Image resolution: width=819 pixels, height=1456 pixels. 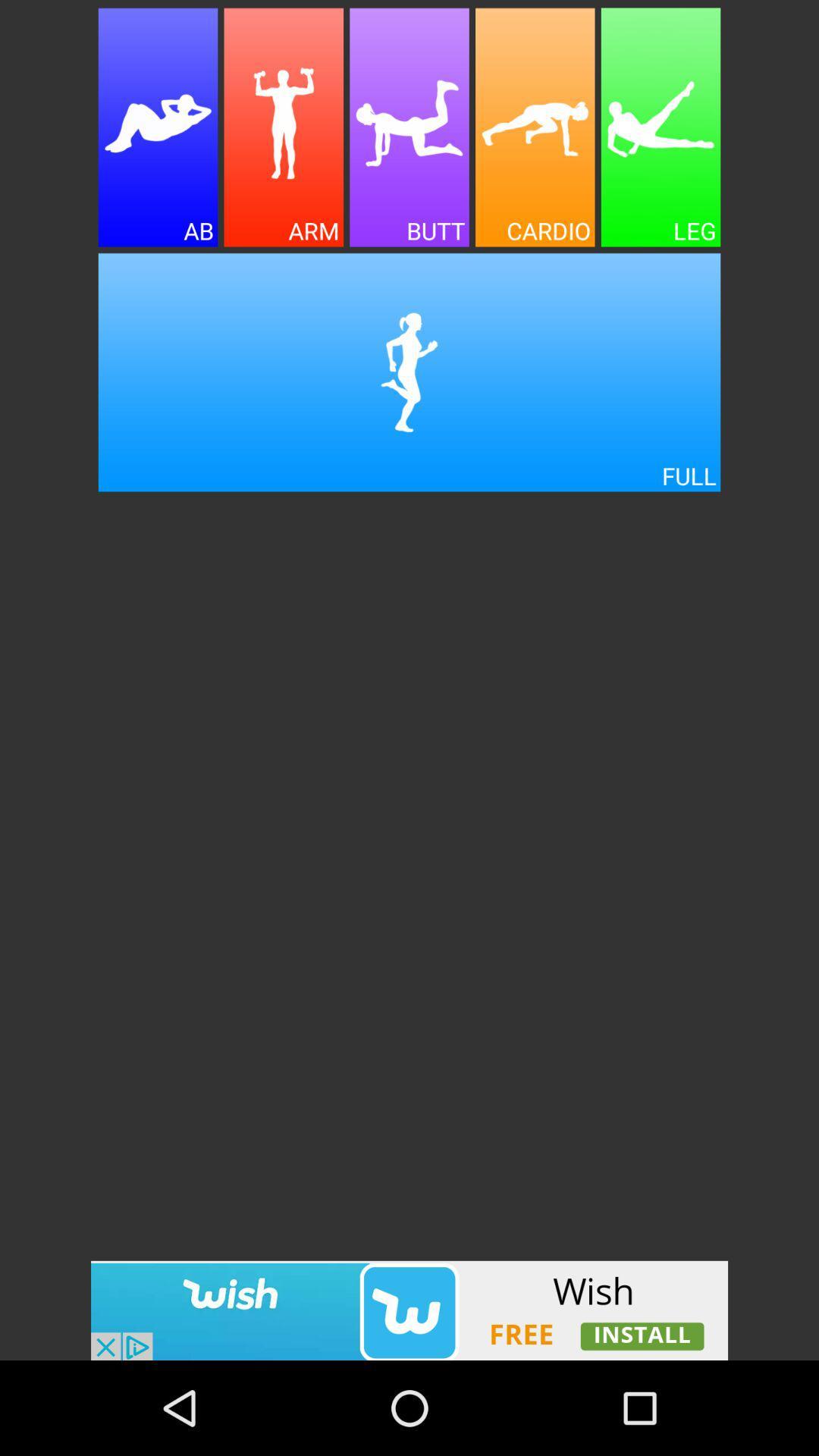 I want to click on advertisement, so click(x=534, y=127).